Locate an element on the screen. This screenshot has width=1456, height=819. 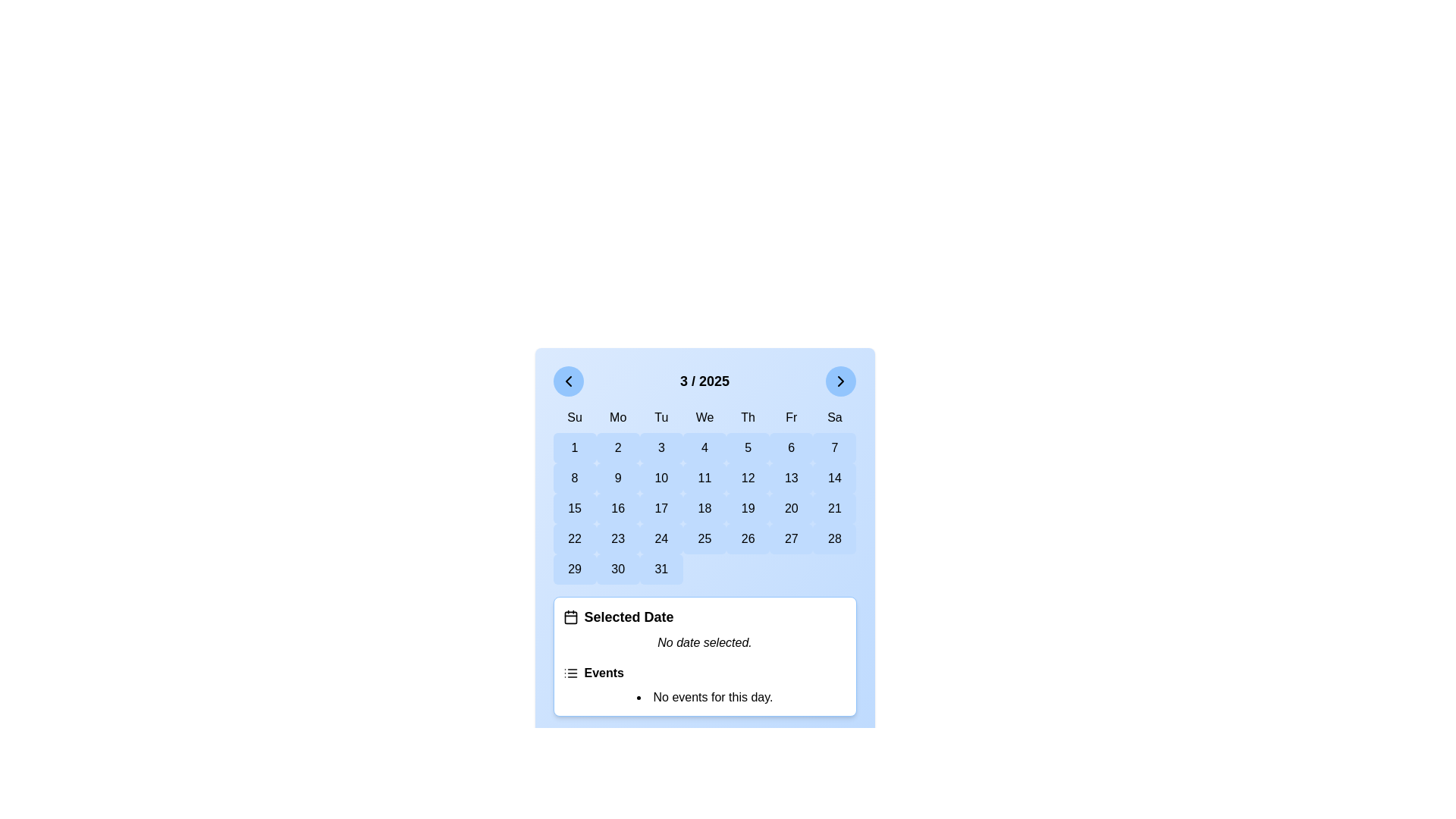
the bold text label representing Thursday (Th) in the calendar header, which is the fifth item among the weekday abbreviations is located at coordinates (748, 418).